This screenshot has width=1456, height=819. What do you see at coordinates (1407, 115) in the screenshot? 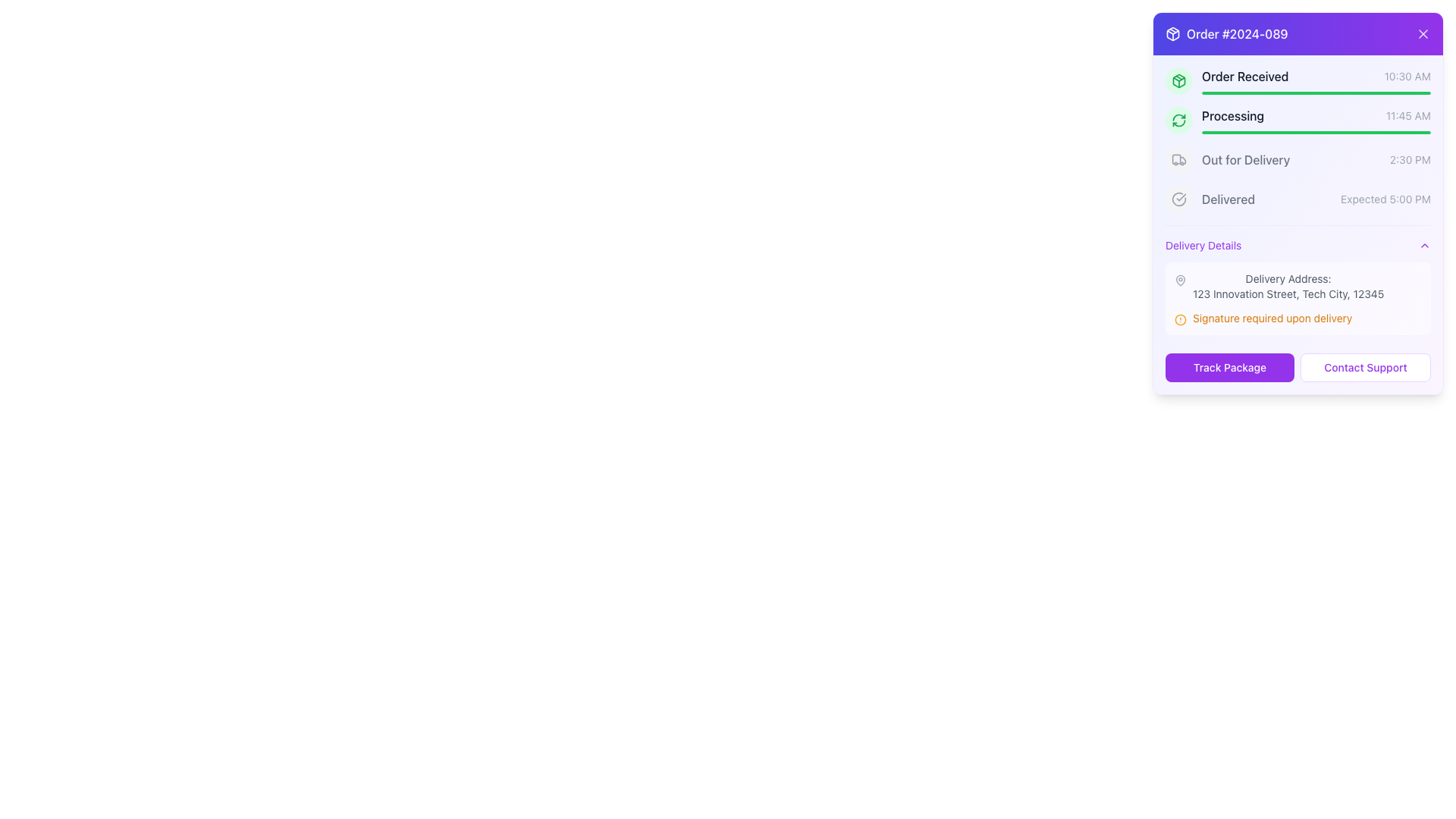
I see `the timestamp text label indicating the 'Processing' status in the delivery timeline, located to the right of the 'Processing' text in the second entry of the timeline` at bounding box center [1407, 115].